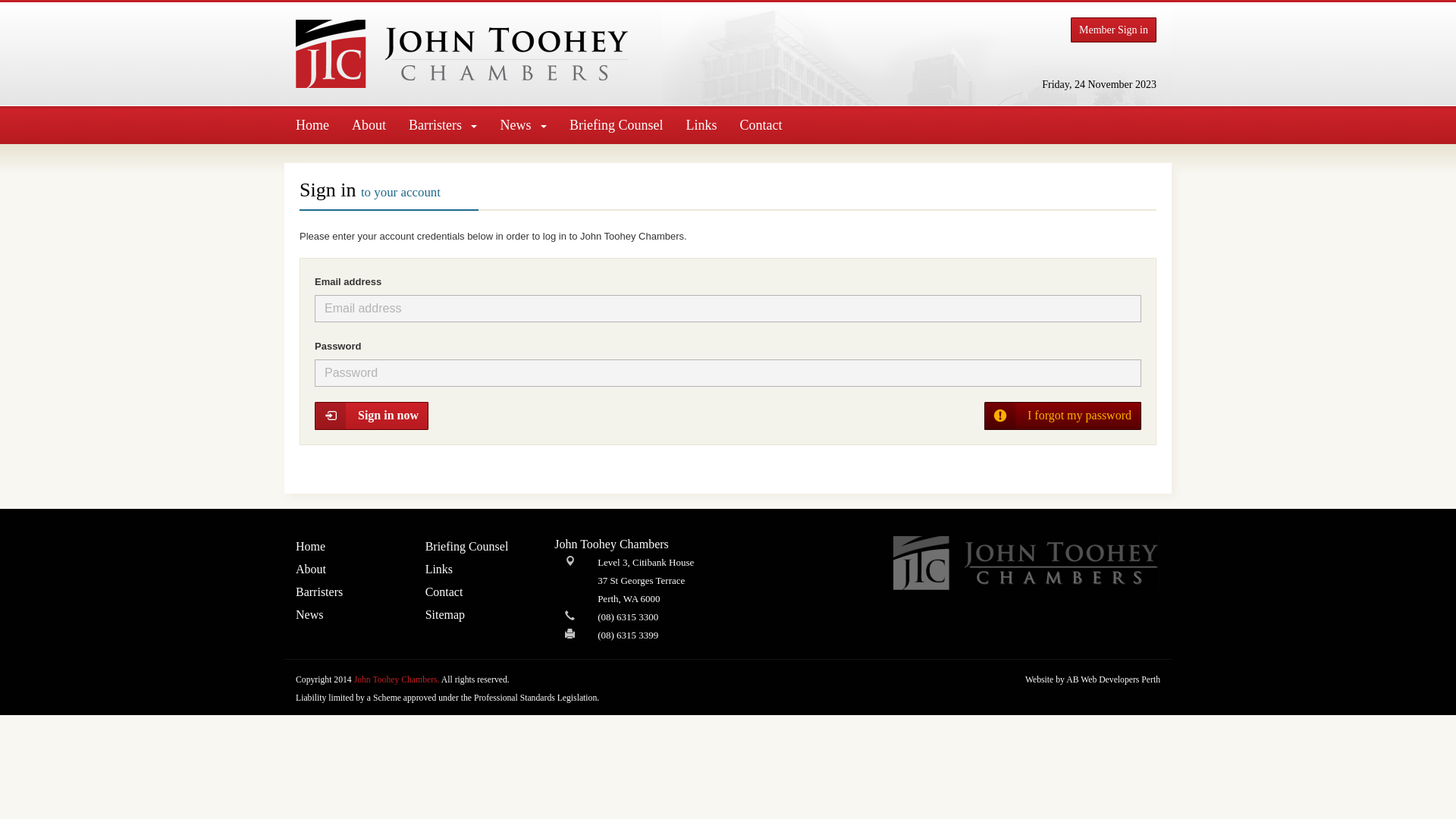  What do you see at coordinates (478, 591) in the screenshot?
I see `'Contact'` at bounding box center [478, 591].